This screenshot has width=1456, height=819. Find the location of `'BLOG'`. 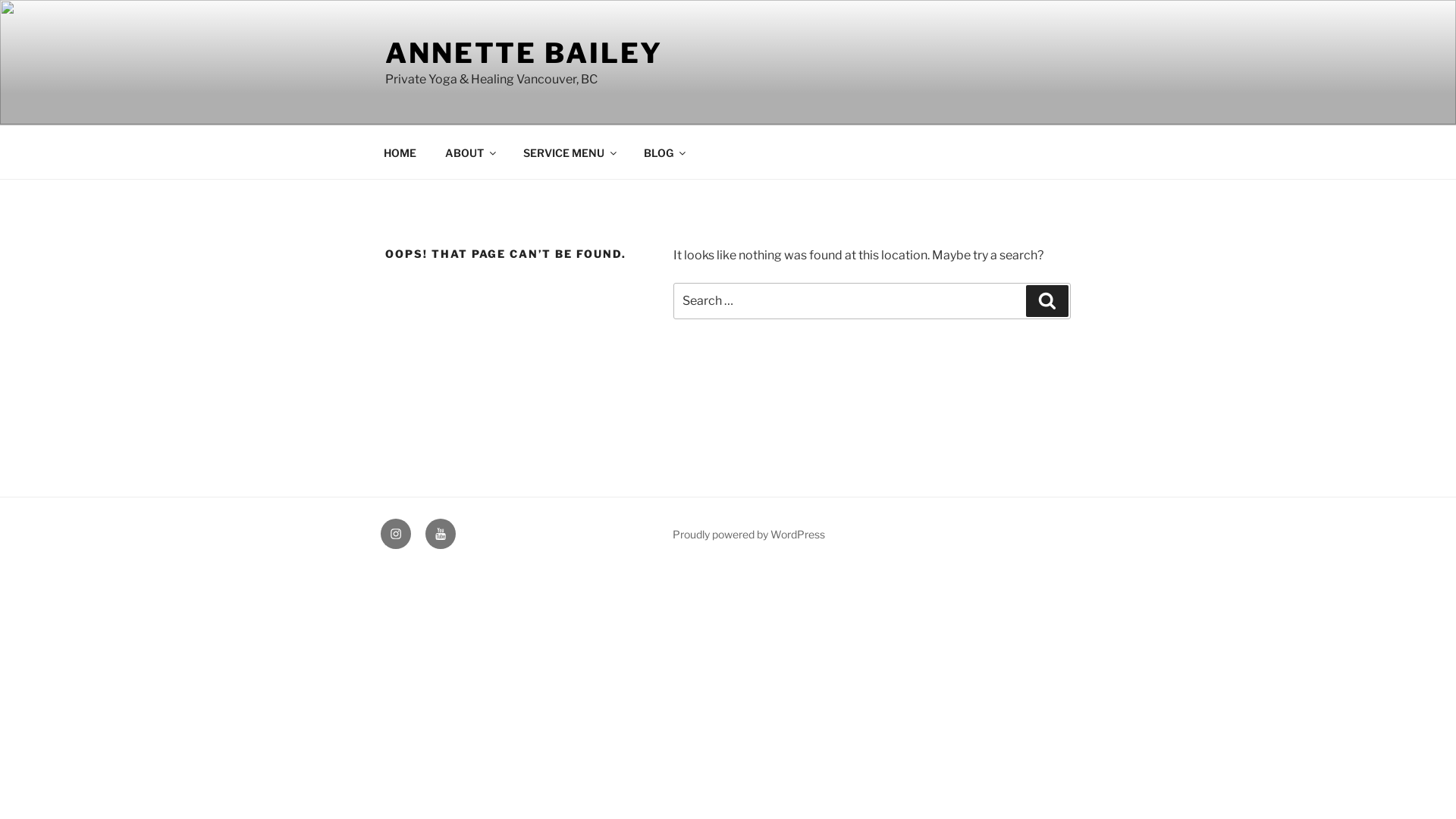

'BLOG' is located at coordinates (663, 152).